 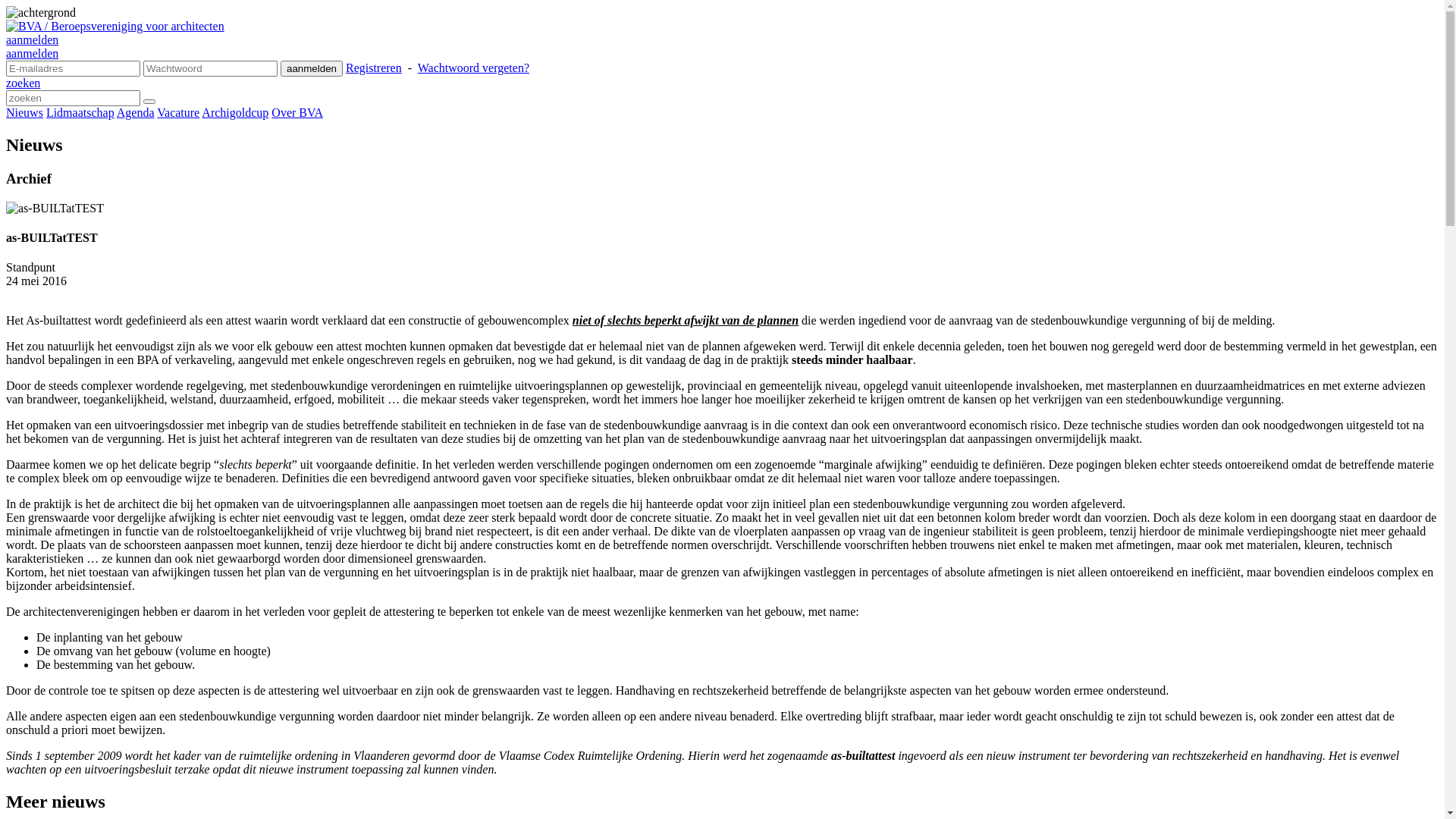 What do you see at coordinates (6, 52) in the screenshot?
I see `'aanmelden'` at bounding box center [6, 52].